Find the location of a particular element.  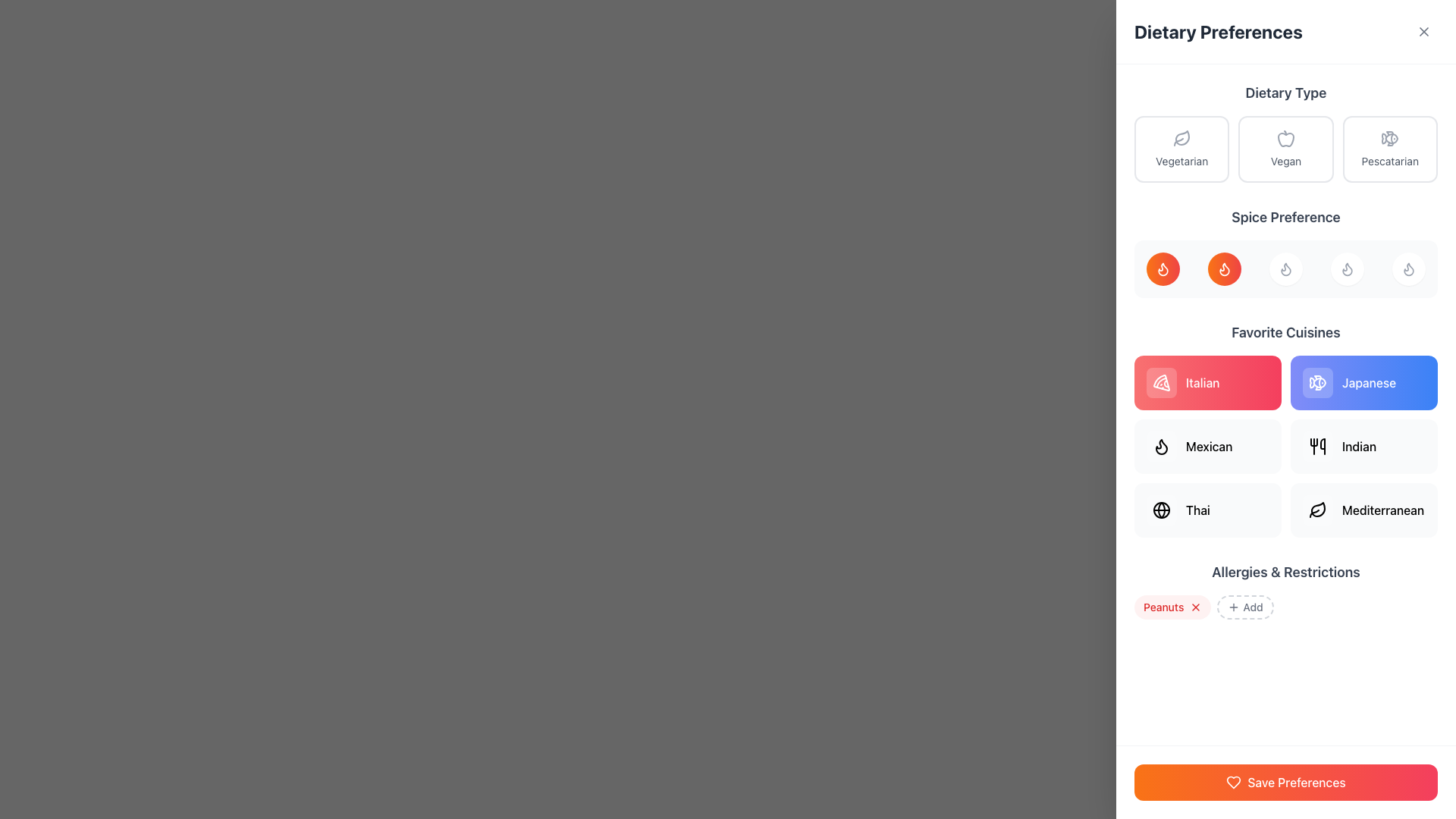

the utensils icon located in the top-right corner of the interface, which is within a circular button with a gradient background next to the title 'Dietary Preferences' is located at coordinates (1425, 30).